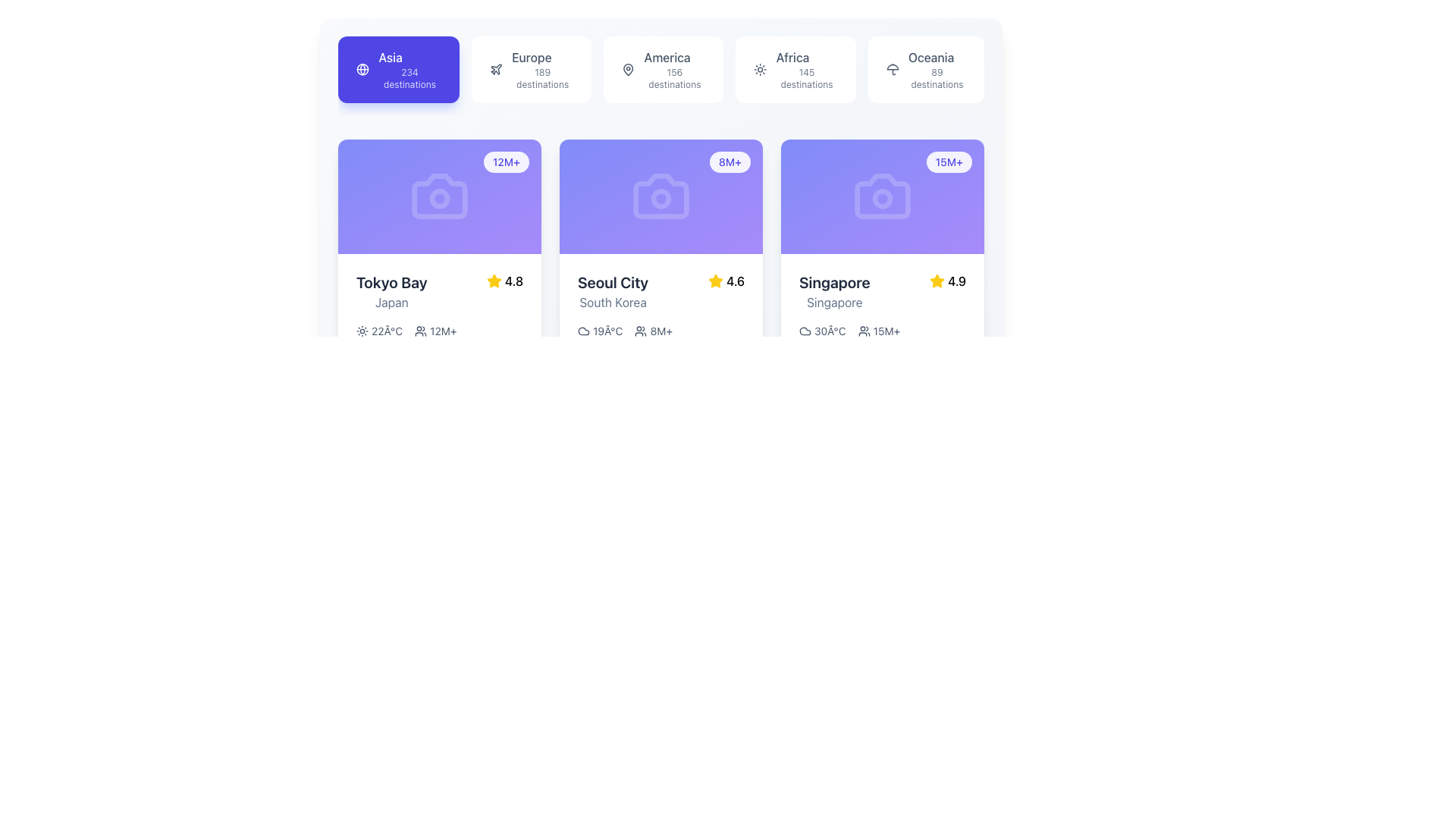 This screenshot has height=819, width=1456. Describe the element at coordinates (833, 282) in the screenshot. I see `the text label 'Singapore' which is styled in a larger bold font and displayed prominently in dark slate color within the rightmost card of a horizontally-aligned card layout` at that location.